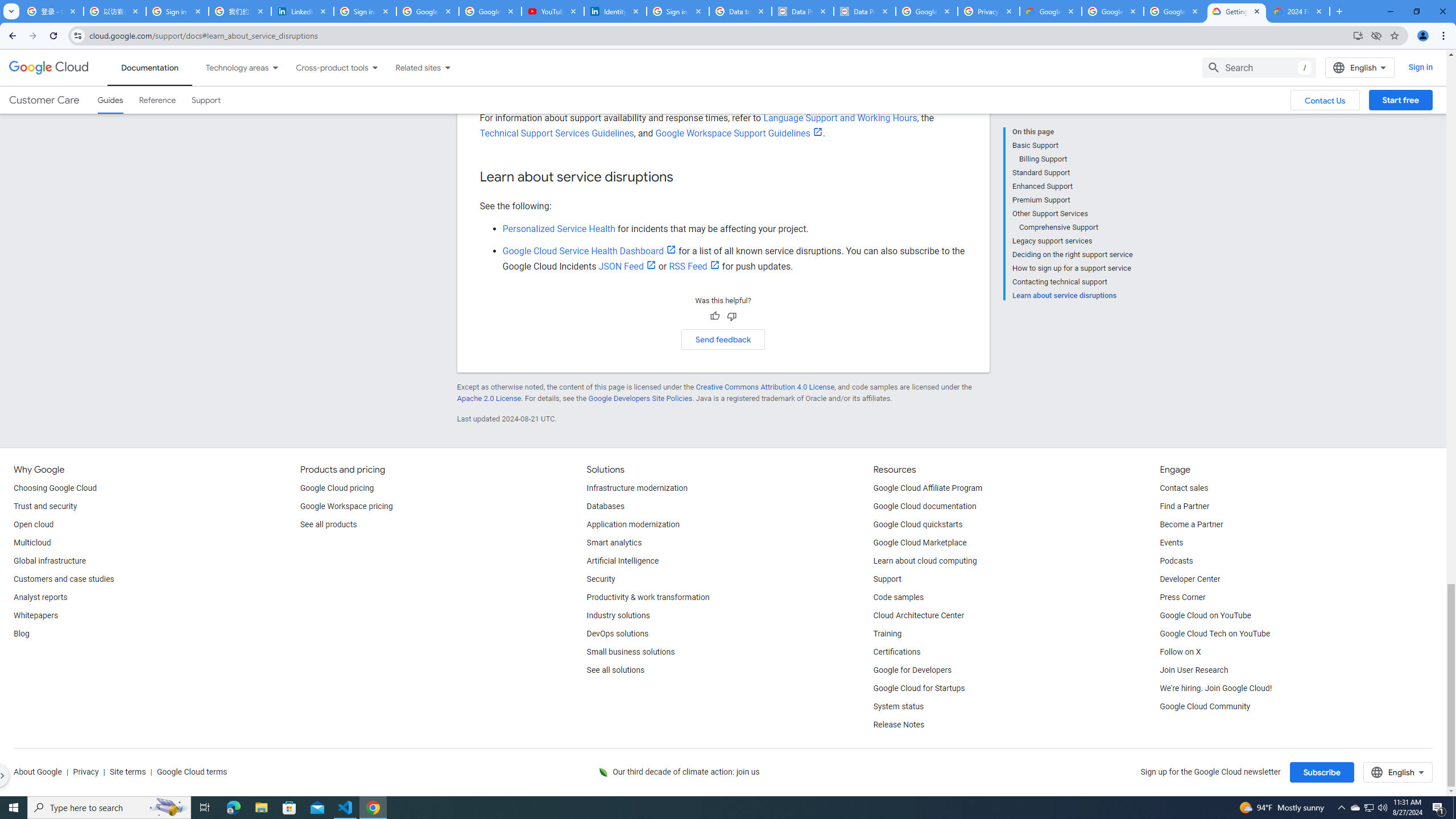  Describe the element at coordinates (37, 772) in the screenshot. I see `'About Google'` at that location.